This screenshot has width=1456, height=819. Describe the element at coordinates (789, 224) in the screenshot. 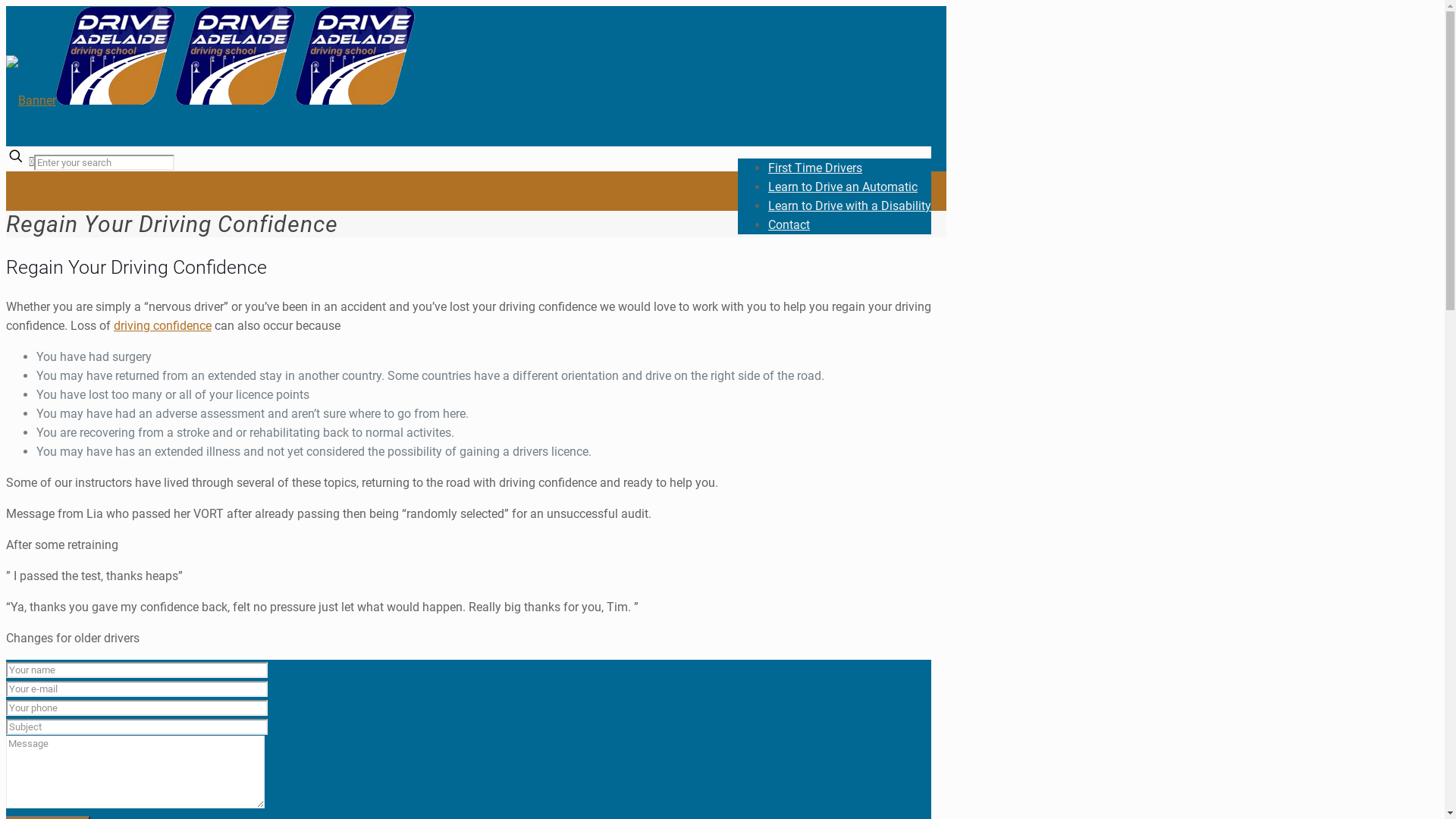

I see `'Contact'` at that location.